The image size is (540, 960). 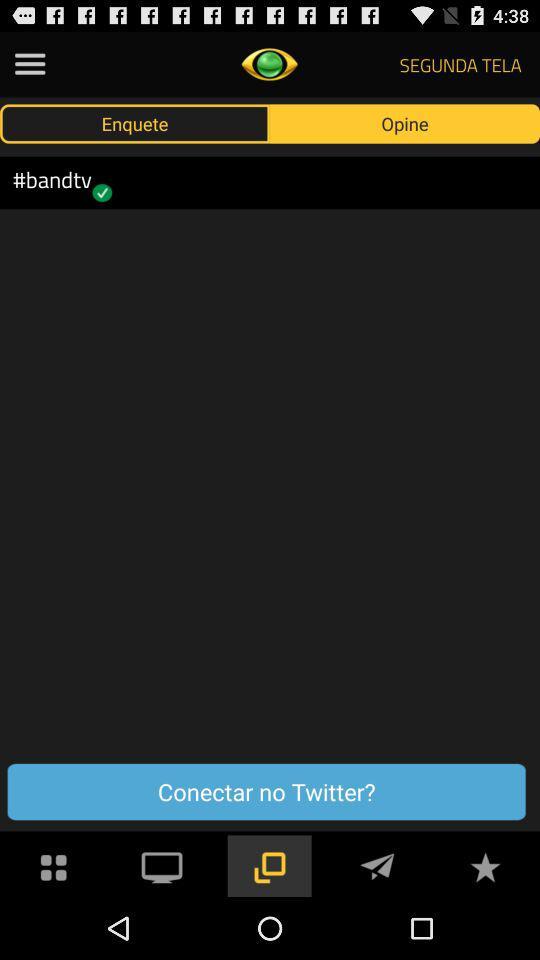 What do you see at coordinates (484, 864) in the screenshot?
I see `icon below the conectar no twitter?` at bounding box center [484, 864].